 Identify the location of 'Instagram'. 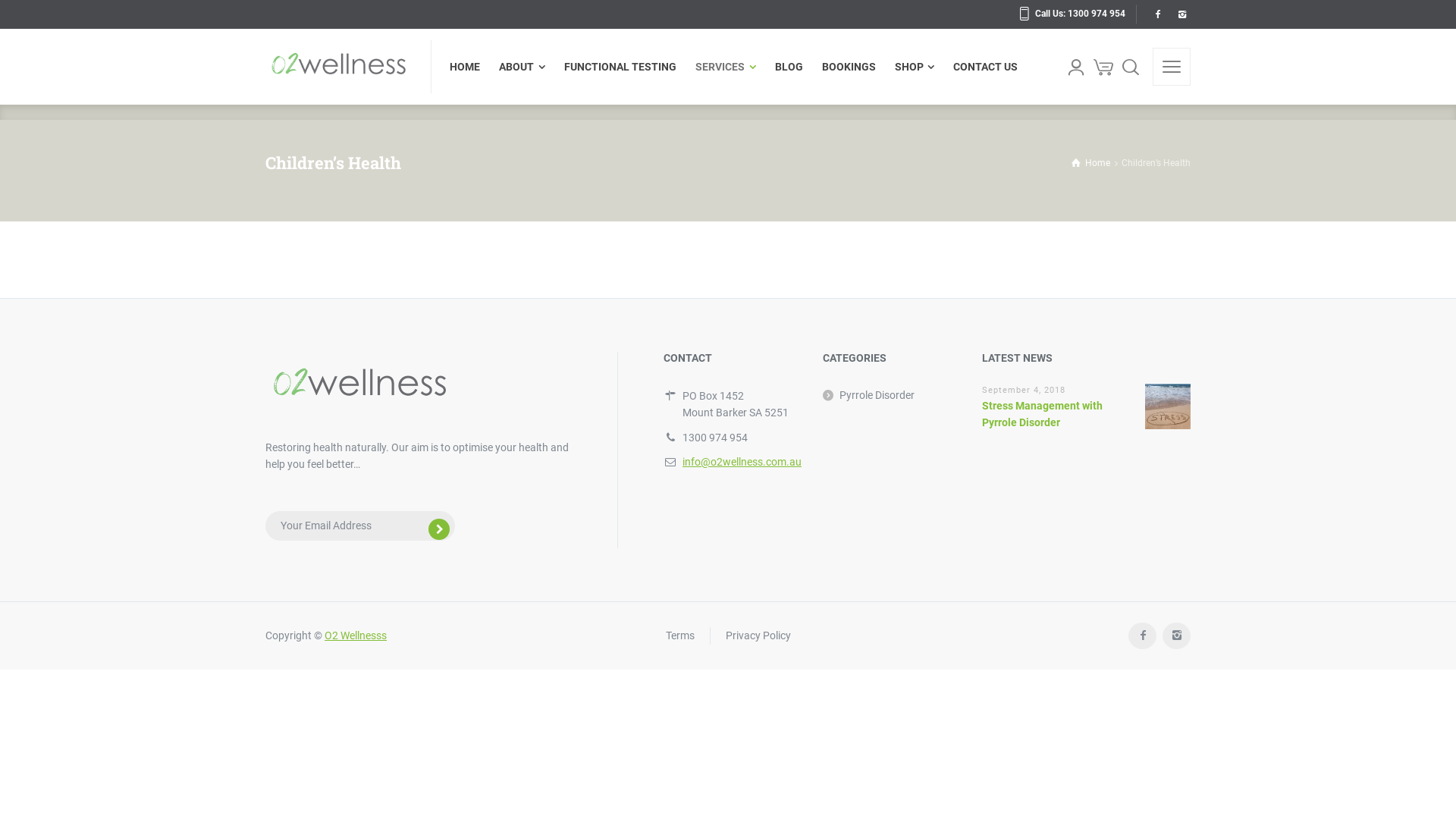
(1175, 635).